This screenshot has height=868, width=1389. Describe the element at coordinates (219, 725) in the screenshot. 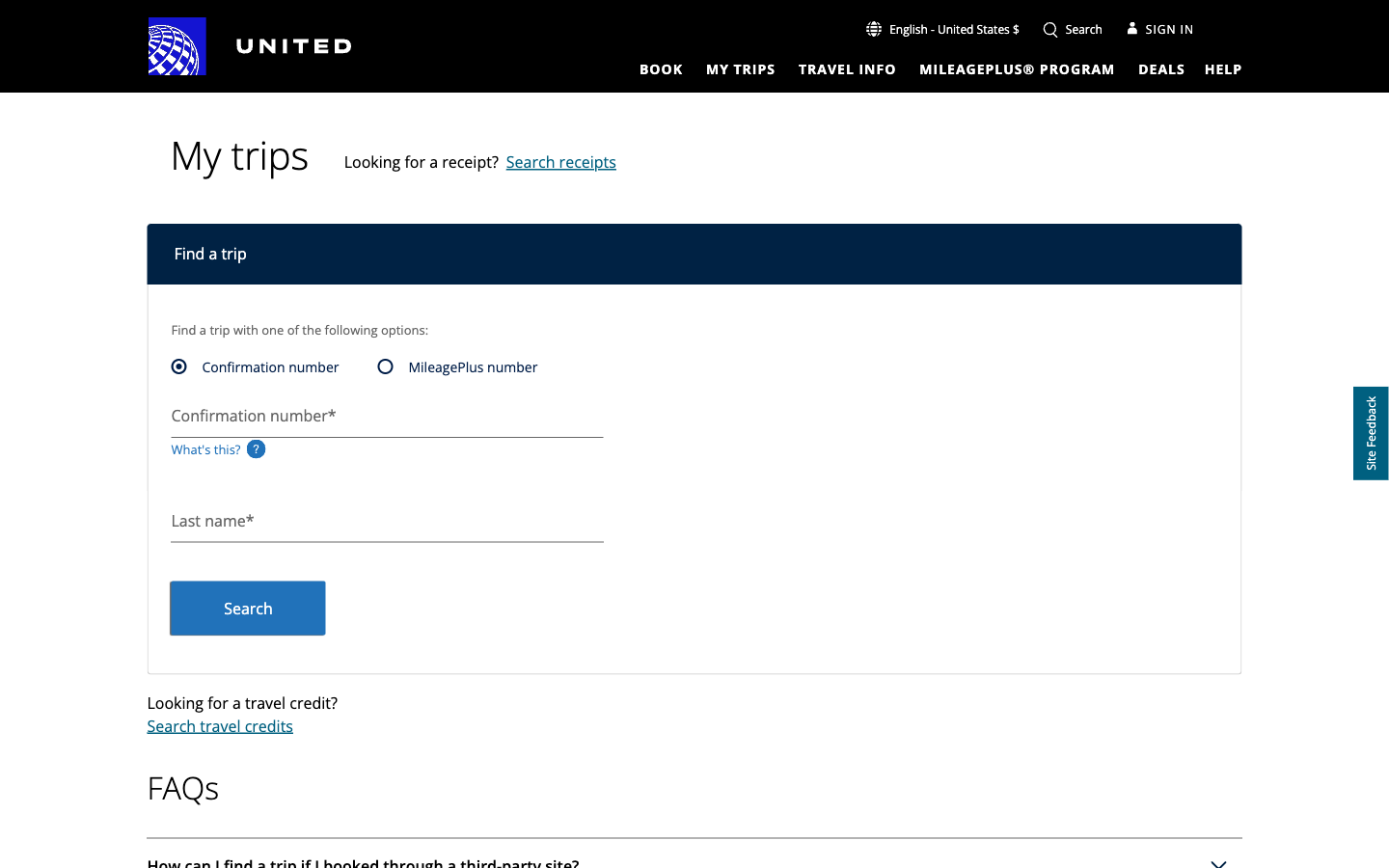

I see `search travel credits` at that location.